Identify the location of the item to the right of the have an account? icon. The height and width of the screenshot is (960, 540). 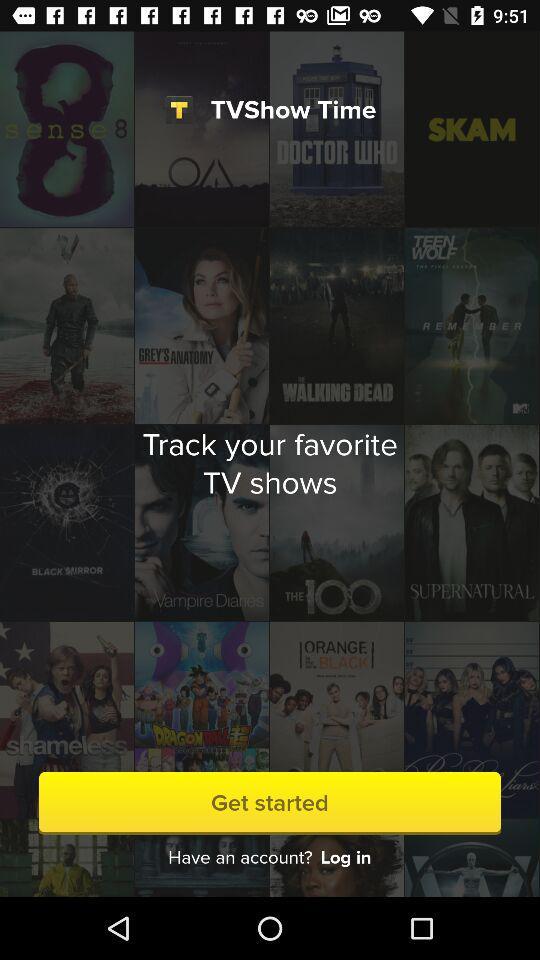
(344, 856).